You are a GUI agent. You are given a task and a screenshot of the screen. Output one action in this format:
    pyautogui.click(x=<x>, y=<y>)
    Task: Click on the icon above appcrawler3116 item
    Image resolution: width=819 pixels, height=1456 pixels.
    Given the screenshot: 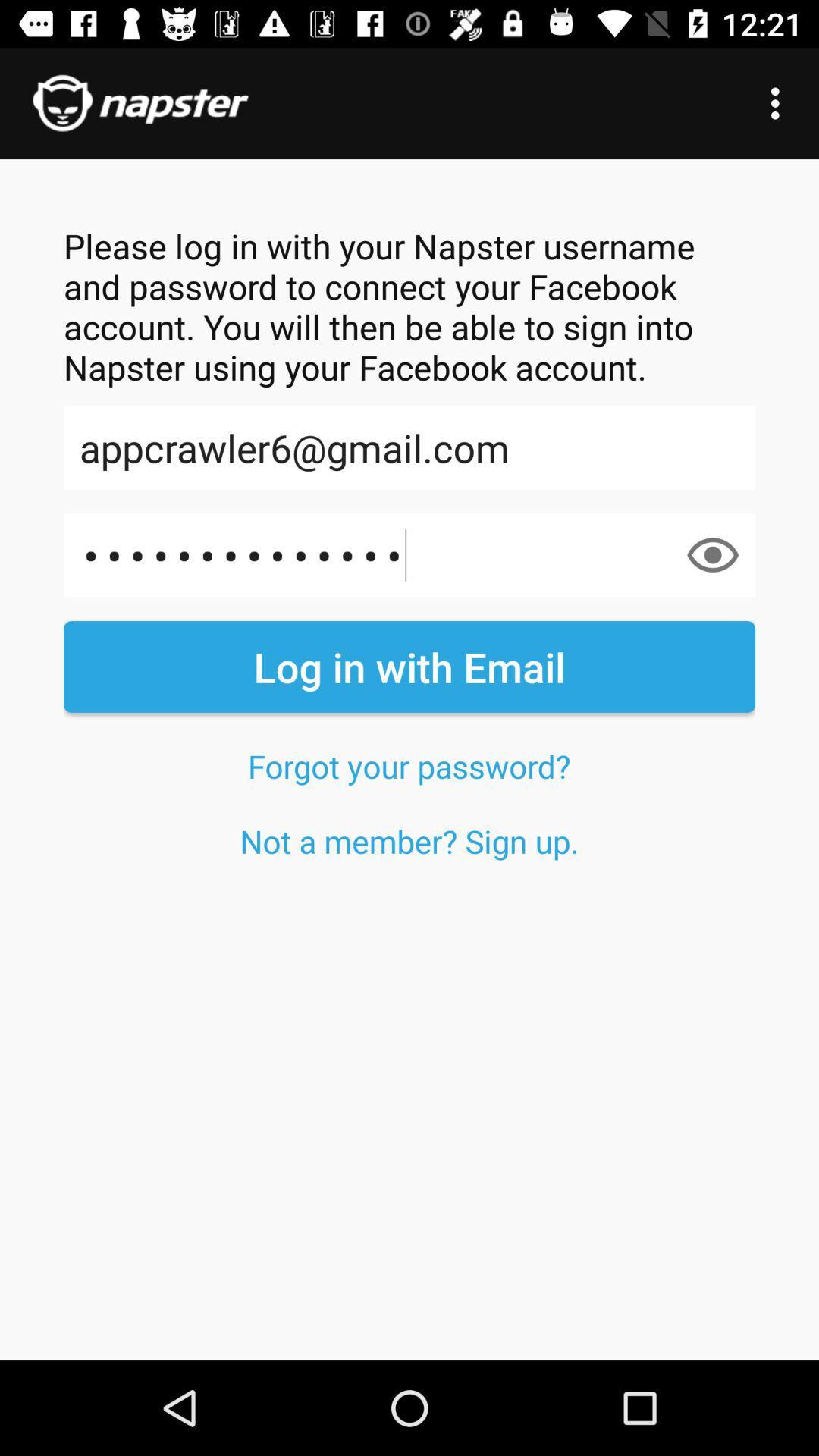 What is the action you would take?
    pyautogui.click(x=409, y=447)
    